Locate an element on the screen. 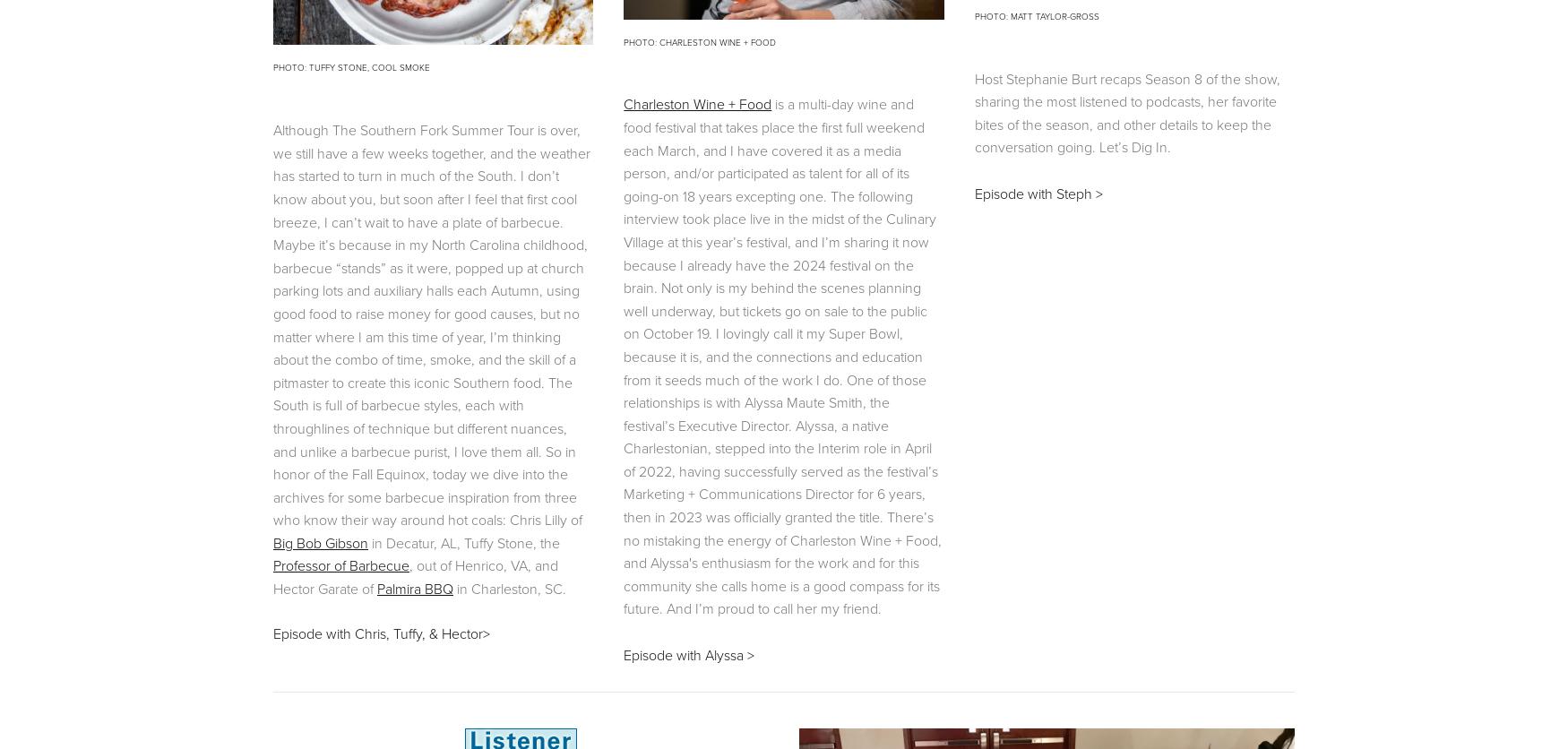  'Big Bob Gibson' is located at coordinates (321, 541).